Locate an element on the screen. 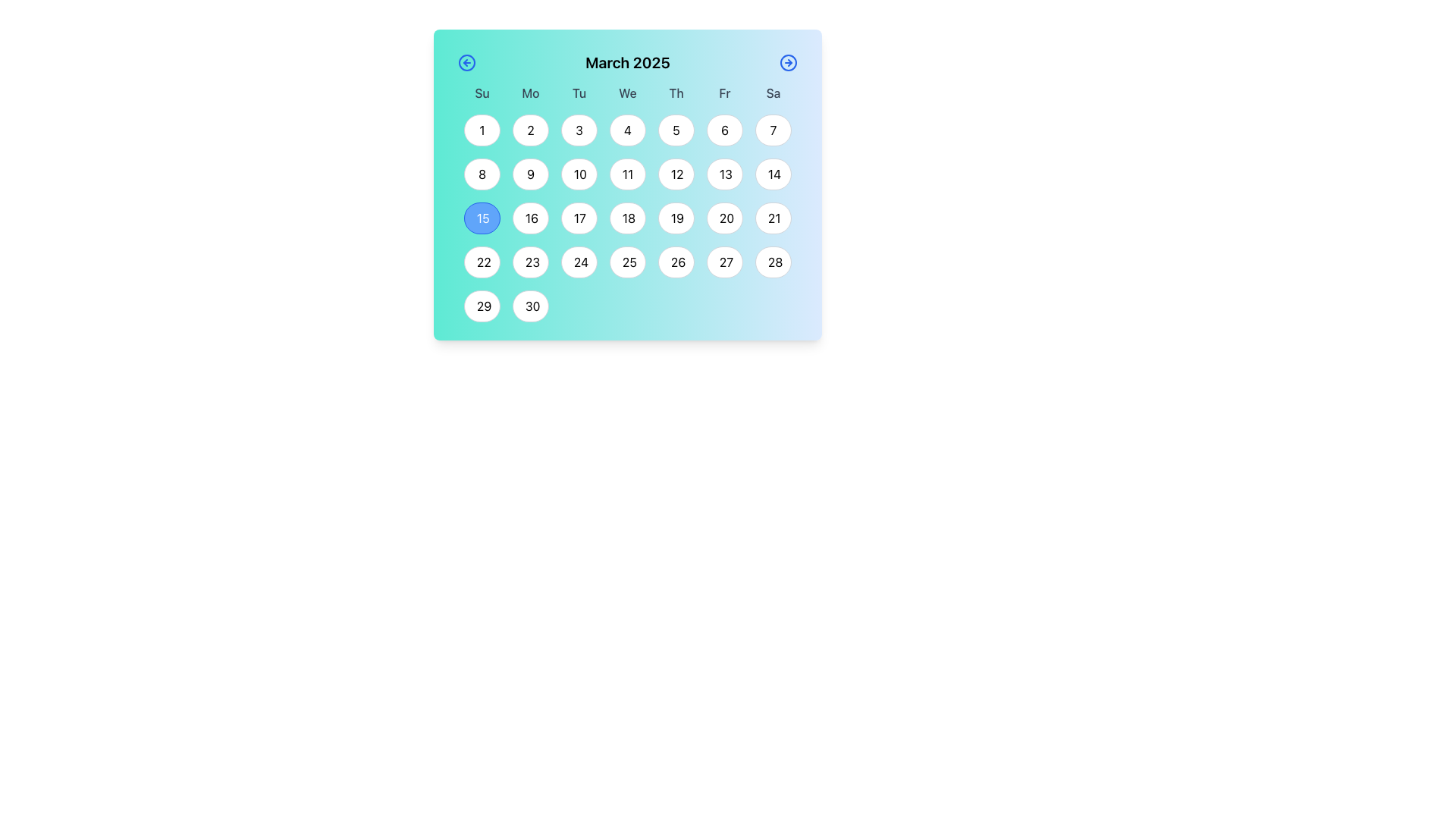 The height and width of the screenshot is (819, 1456). the date selector button located in the calendar grid at the coordinates corresponding to the 12th day of the month, specifically in the second week and Thursday column is located at coordinates (676, 174).